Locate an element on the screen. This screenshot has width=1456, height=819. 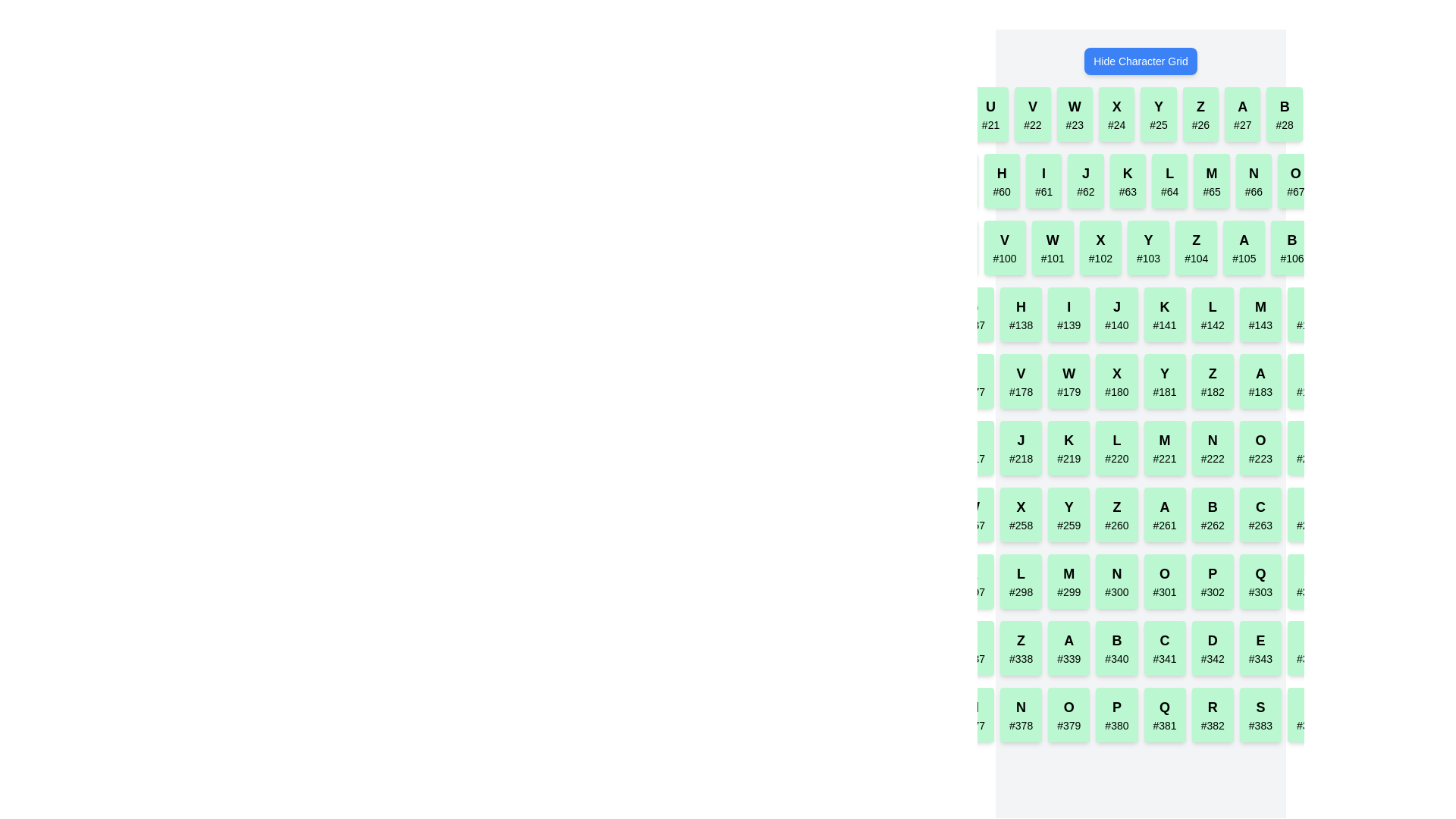
button labeled 'Hide Character Grid' to toggle the visibility of the character grid is located at coordinates (1141, 61).